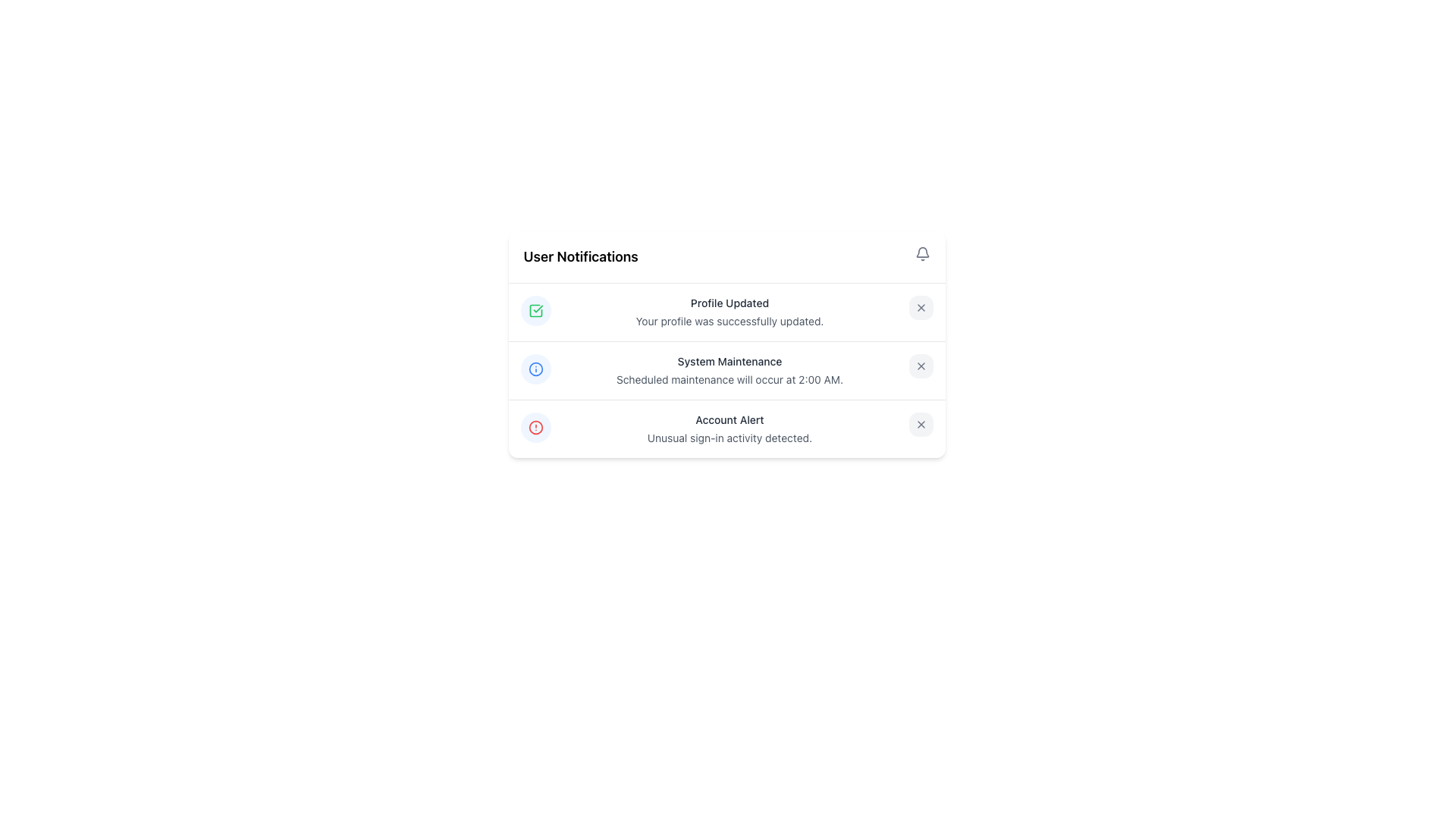 The height and width of the screenshot is (819, 1456). Describe the element at coordinates (730, 420) in the screenshot. I see `title text of the notification about unusual account activity, located in the third row of the notification list, next to the left icon` at that location.